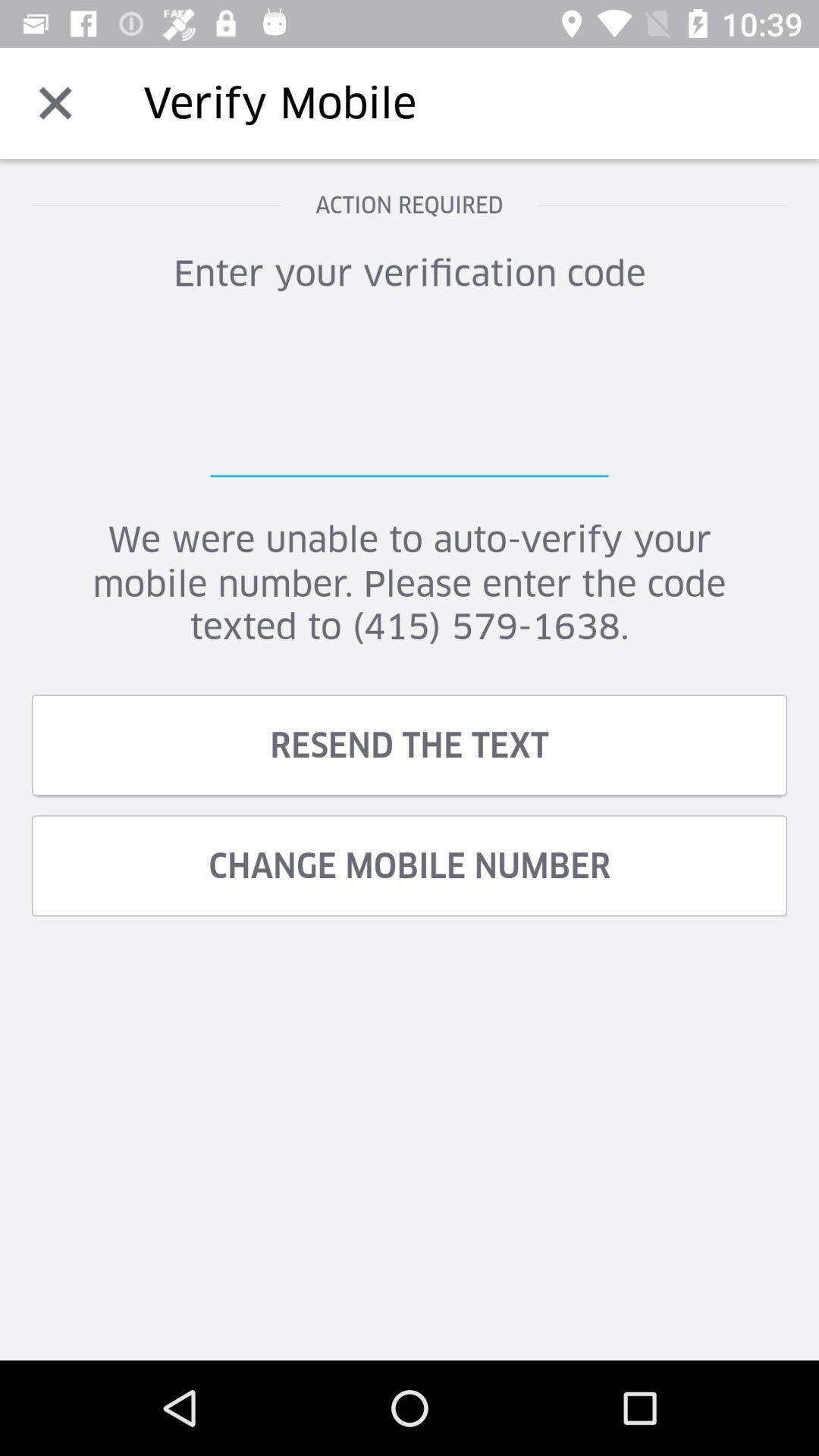  What do you see at coordinates (409, 401) in the screenshot?
I see `the item below enter your verification item` at bounding box center [409, 401].